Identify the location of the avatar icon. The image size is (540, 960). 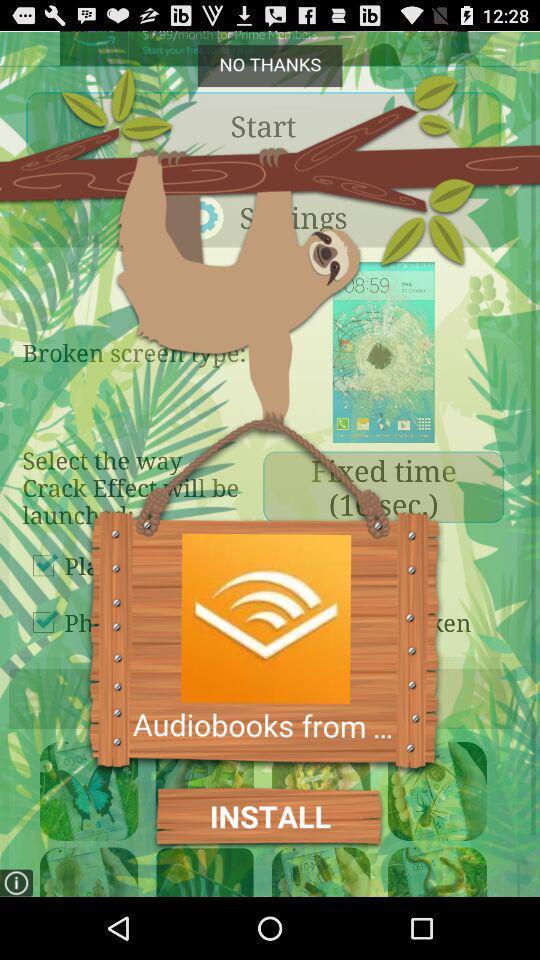
(88, 933).